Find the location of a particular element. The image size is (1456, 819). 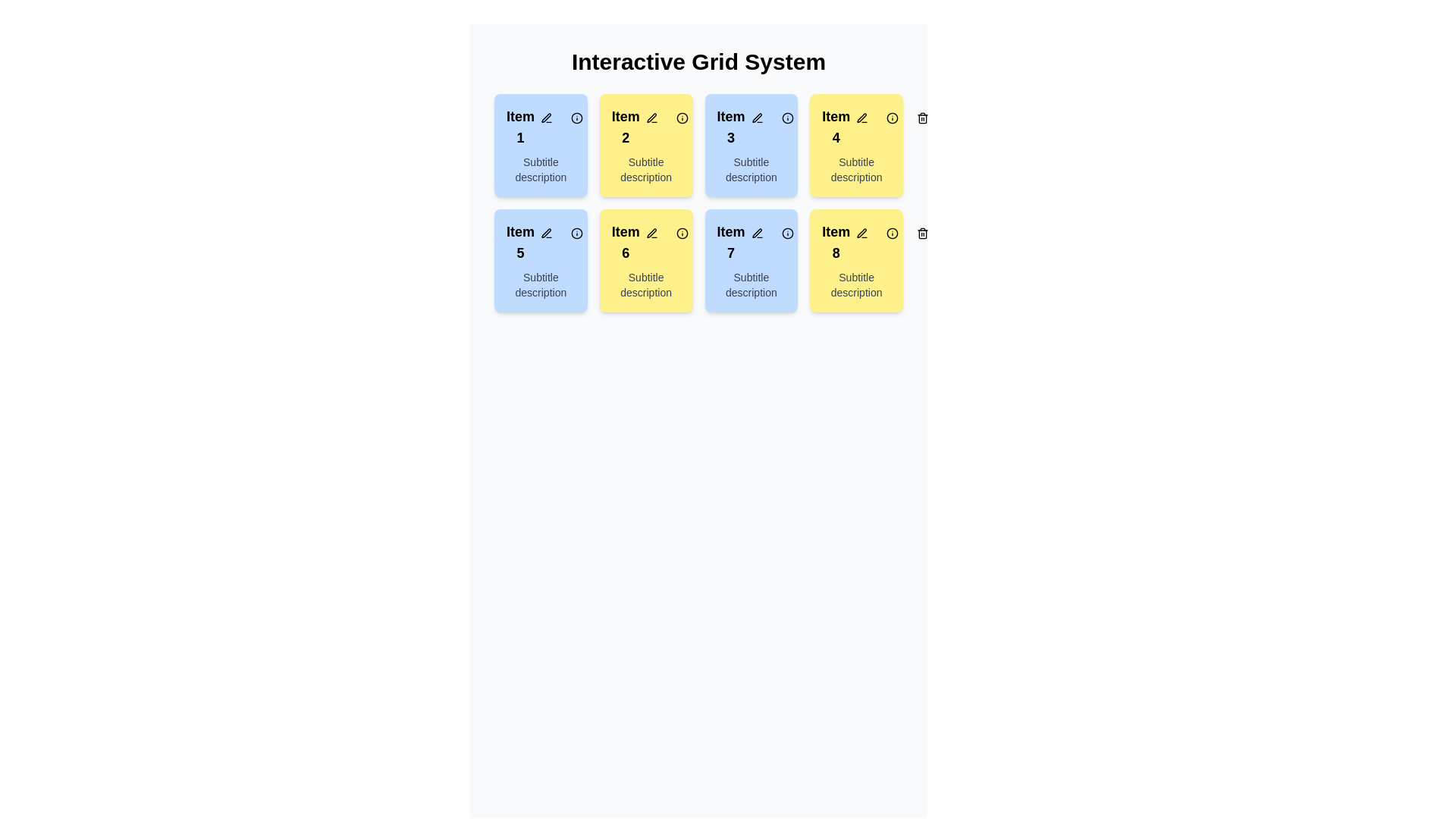

the delete button located in the top-right corner of the card labeled 'Item 4' to observe the hover effect is located at coordinates (922, 117).